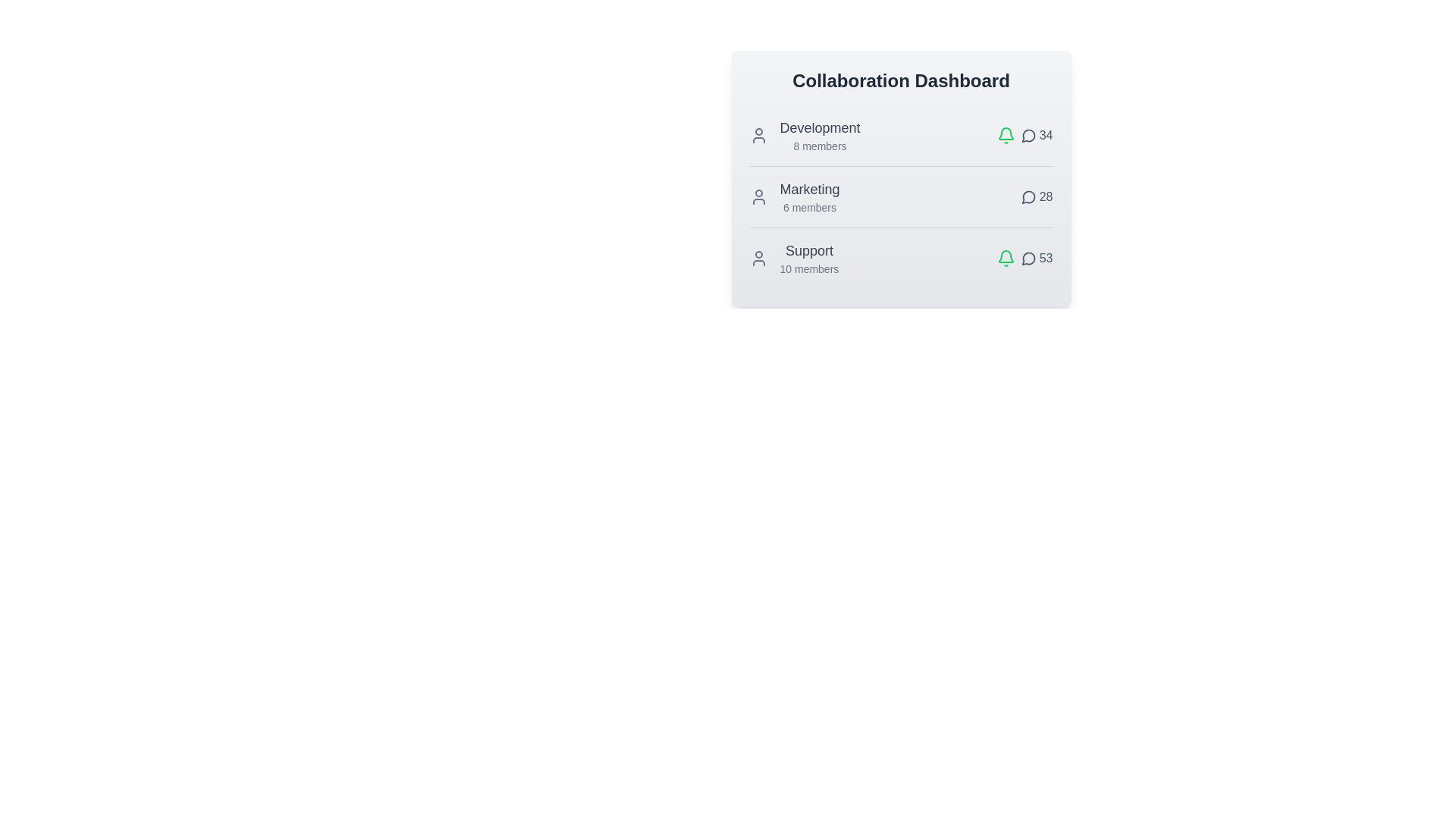  I want to click on the notification bell icon for the team Support, so click(1006, 257).